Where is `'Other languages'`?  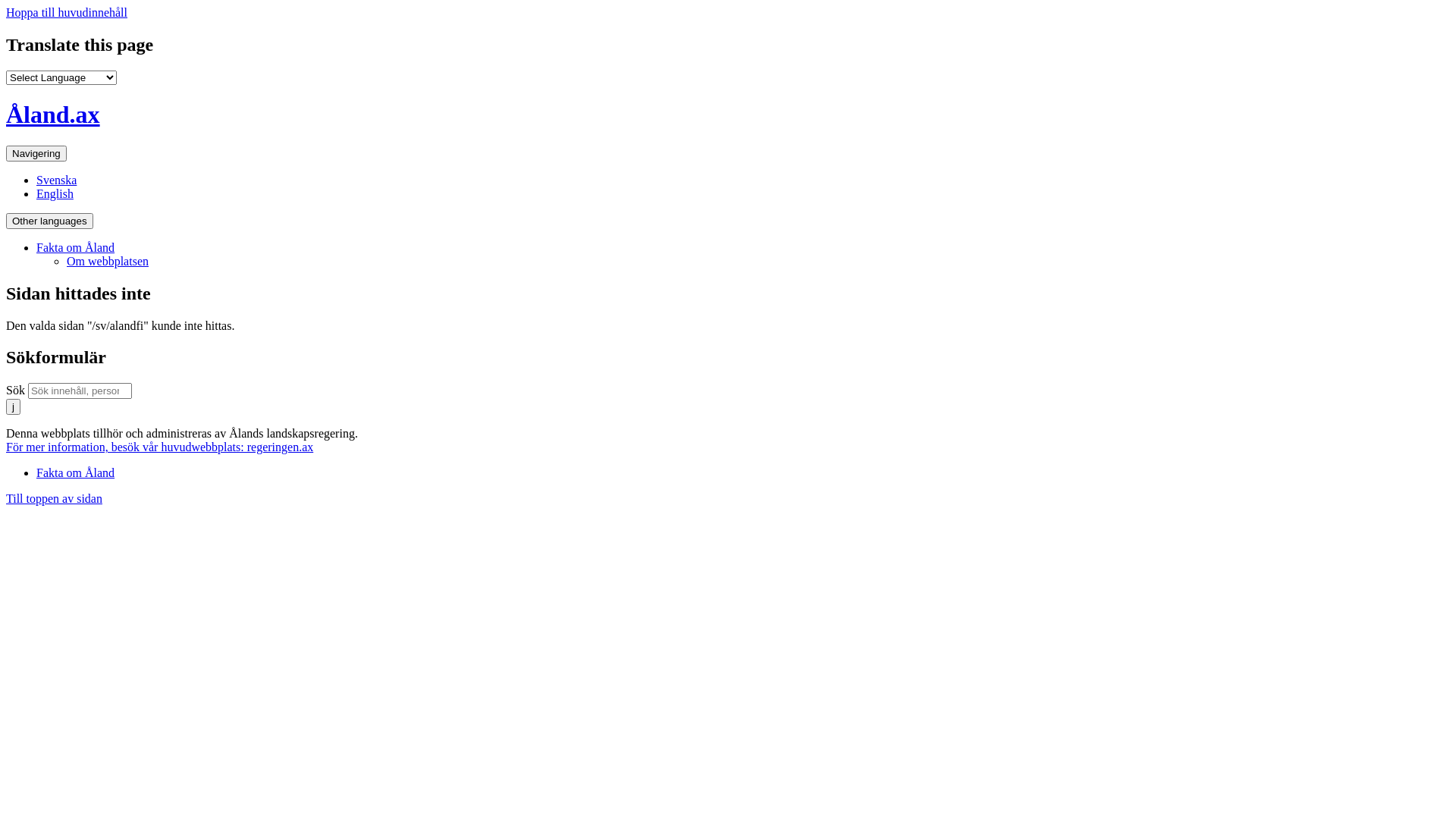 'Other languages' is located at coordinates (49, 221).